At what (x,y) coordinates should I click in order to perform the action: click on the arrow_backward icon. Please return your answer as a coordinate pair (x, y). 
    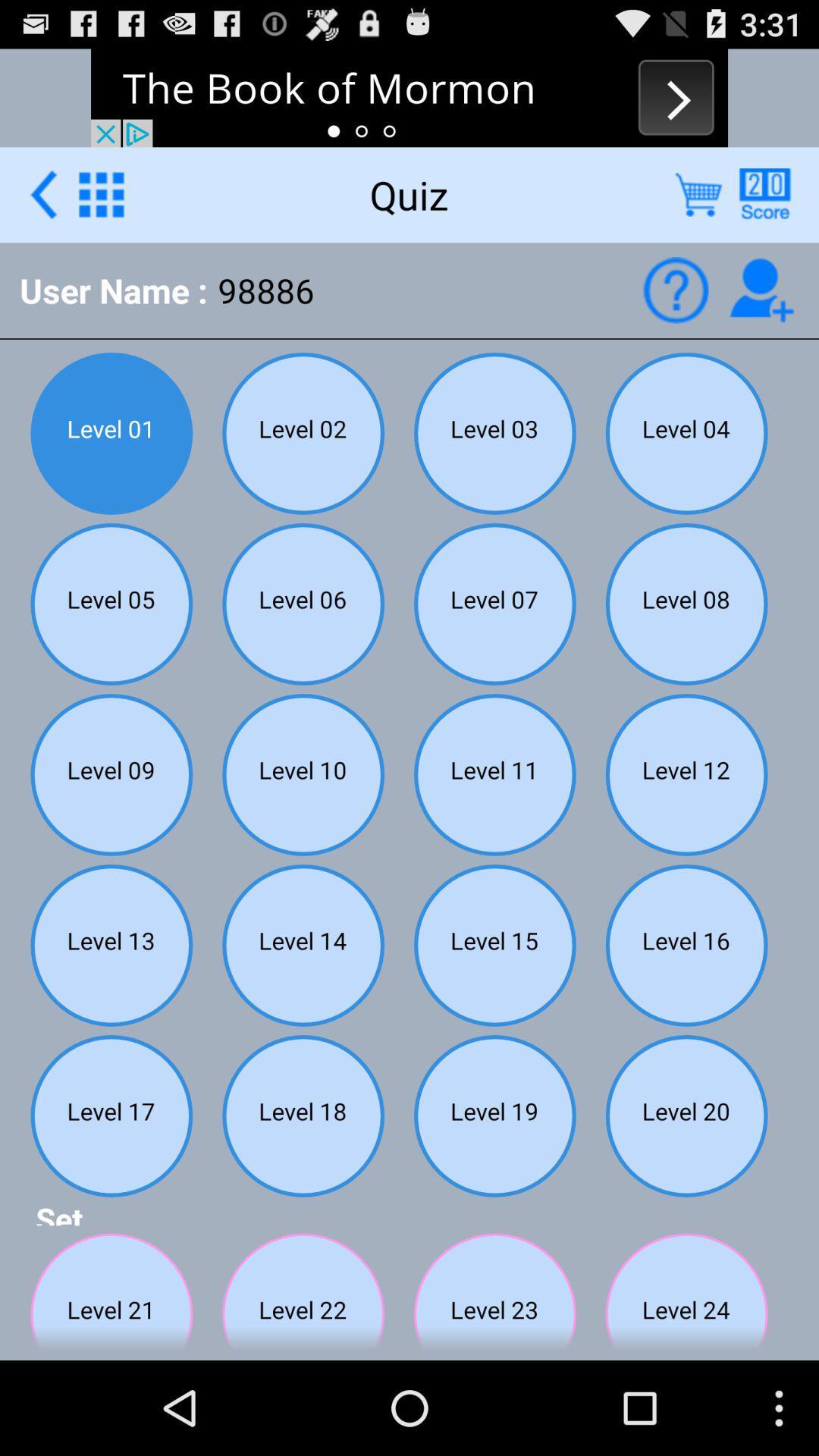
    Looking at the image, I should click on (42, 207).